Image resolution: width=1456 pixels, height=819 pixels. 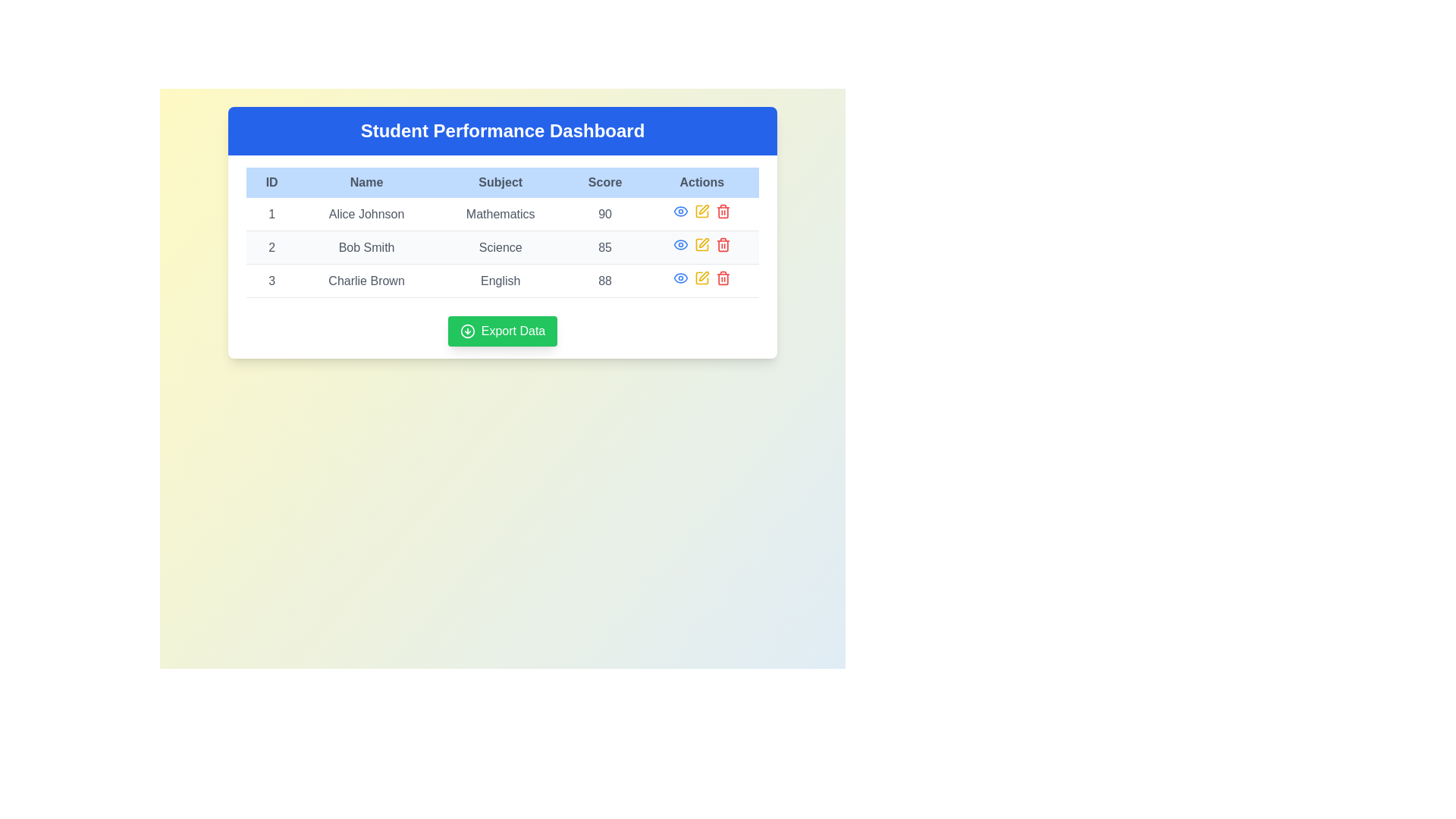 I want to click on the 'Score' column header in the data table, which is the fourth column from the left, located between the 'Subject' and 'Actions' columns, within the 'Student Performance Dashboard', so click(x=604, y=181).